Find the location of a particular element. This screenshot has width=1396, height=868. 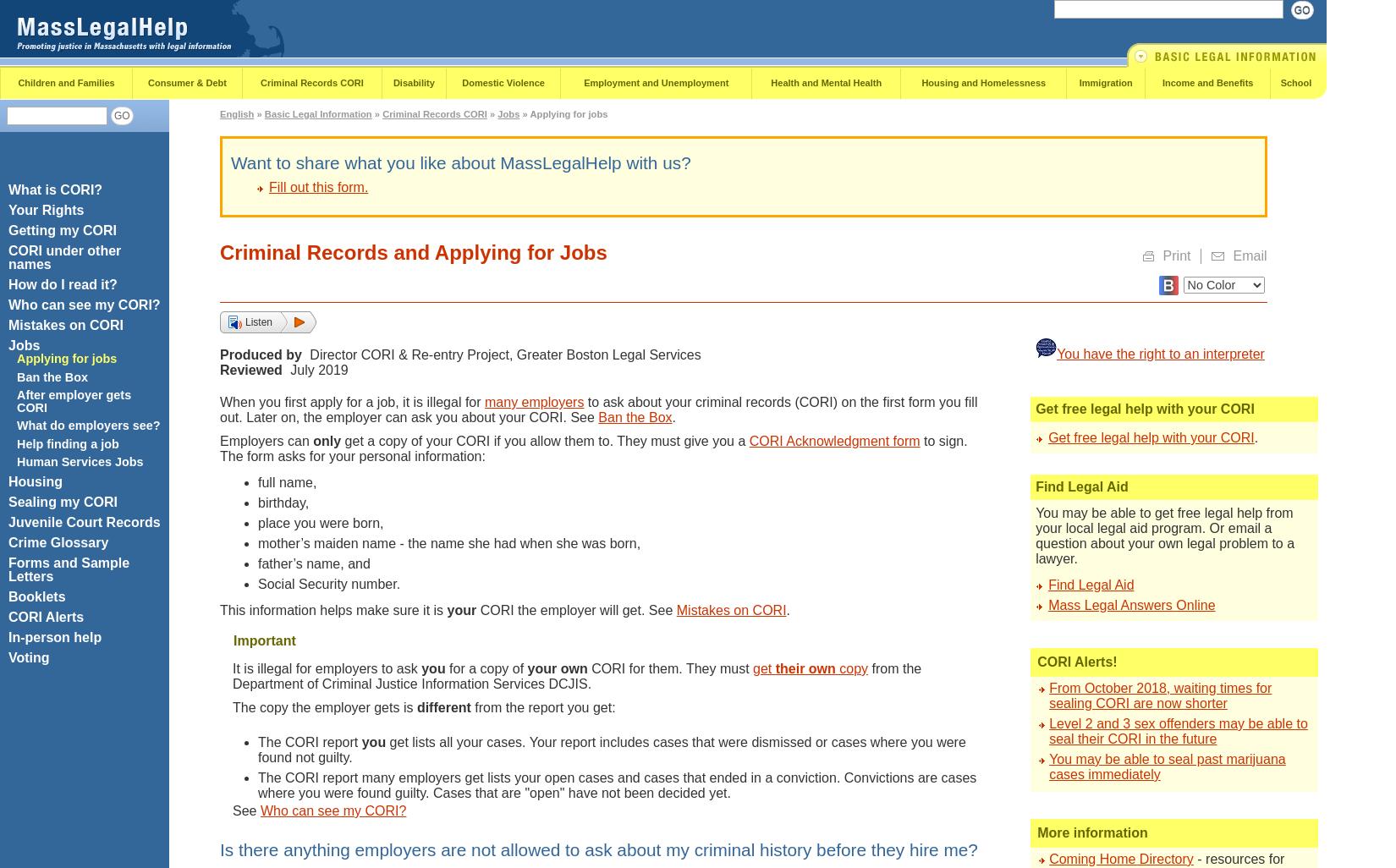

'Children and Families' is located at coordinates (66, 81).